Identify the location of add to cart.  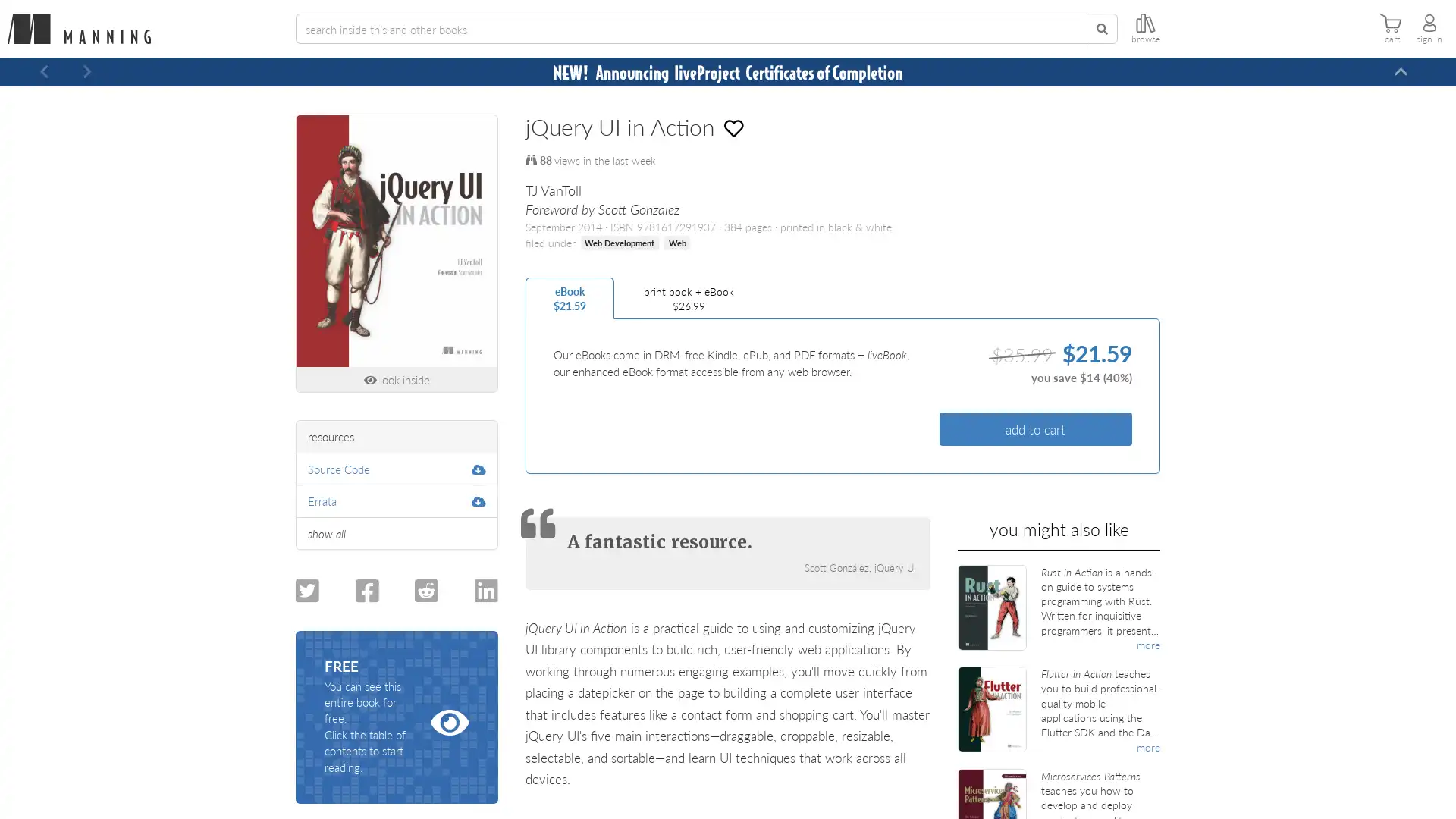
(1034, 428).